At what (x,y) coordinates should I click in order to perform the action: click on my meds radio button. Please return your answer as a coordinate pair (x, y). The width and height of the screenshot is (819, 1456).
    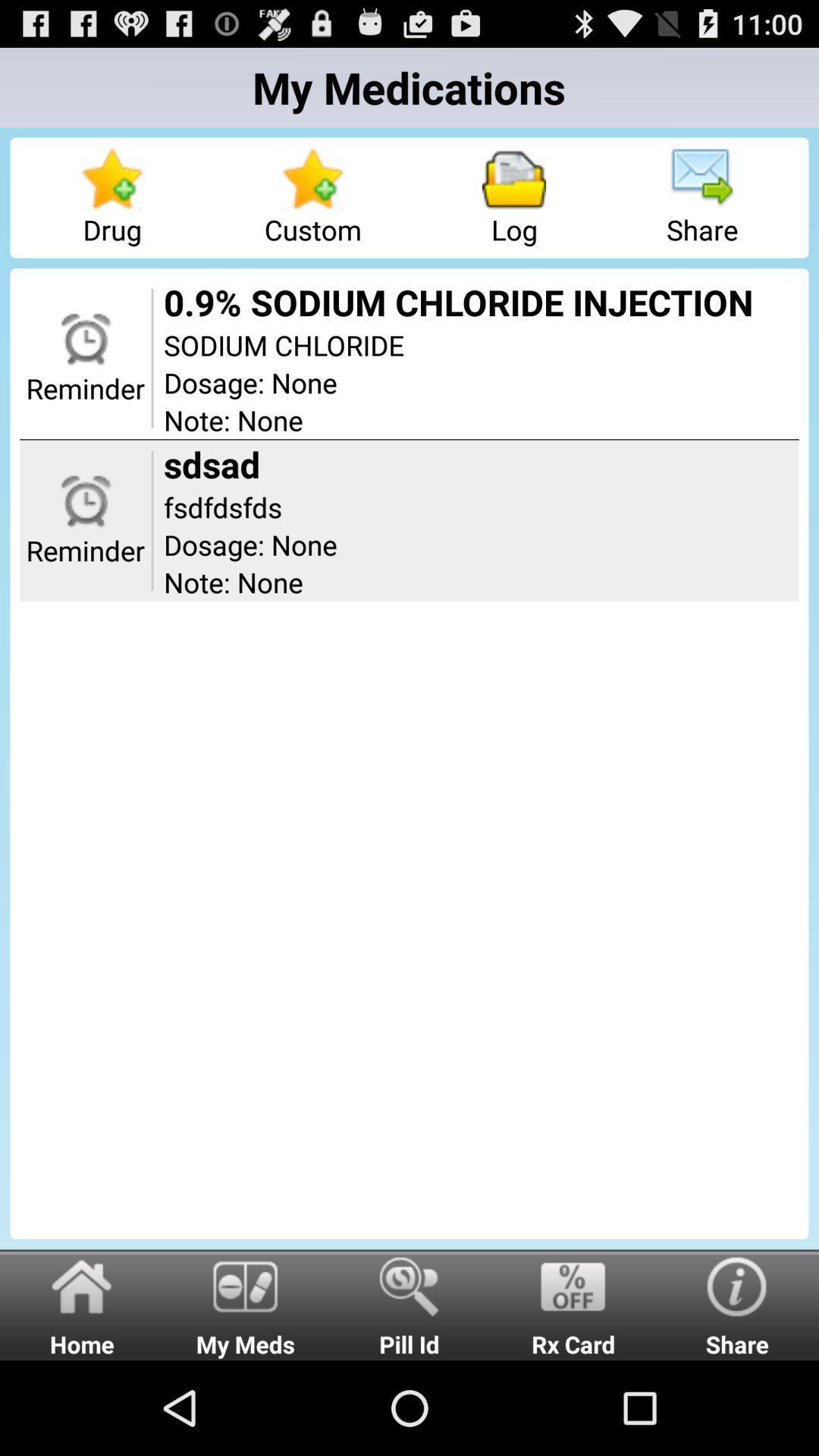
    Looking at the image, I should click on (245, 1304).